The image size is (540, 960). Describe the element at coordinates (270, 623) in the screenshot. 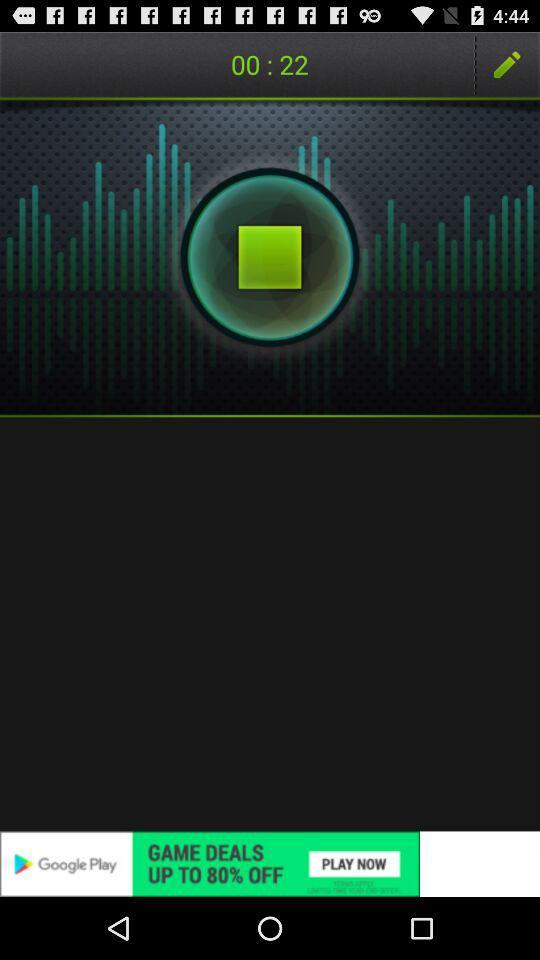

I see `the item at the center` at that location.